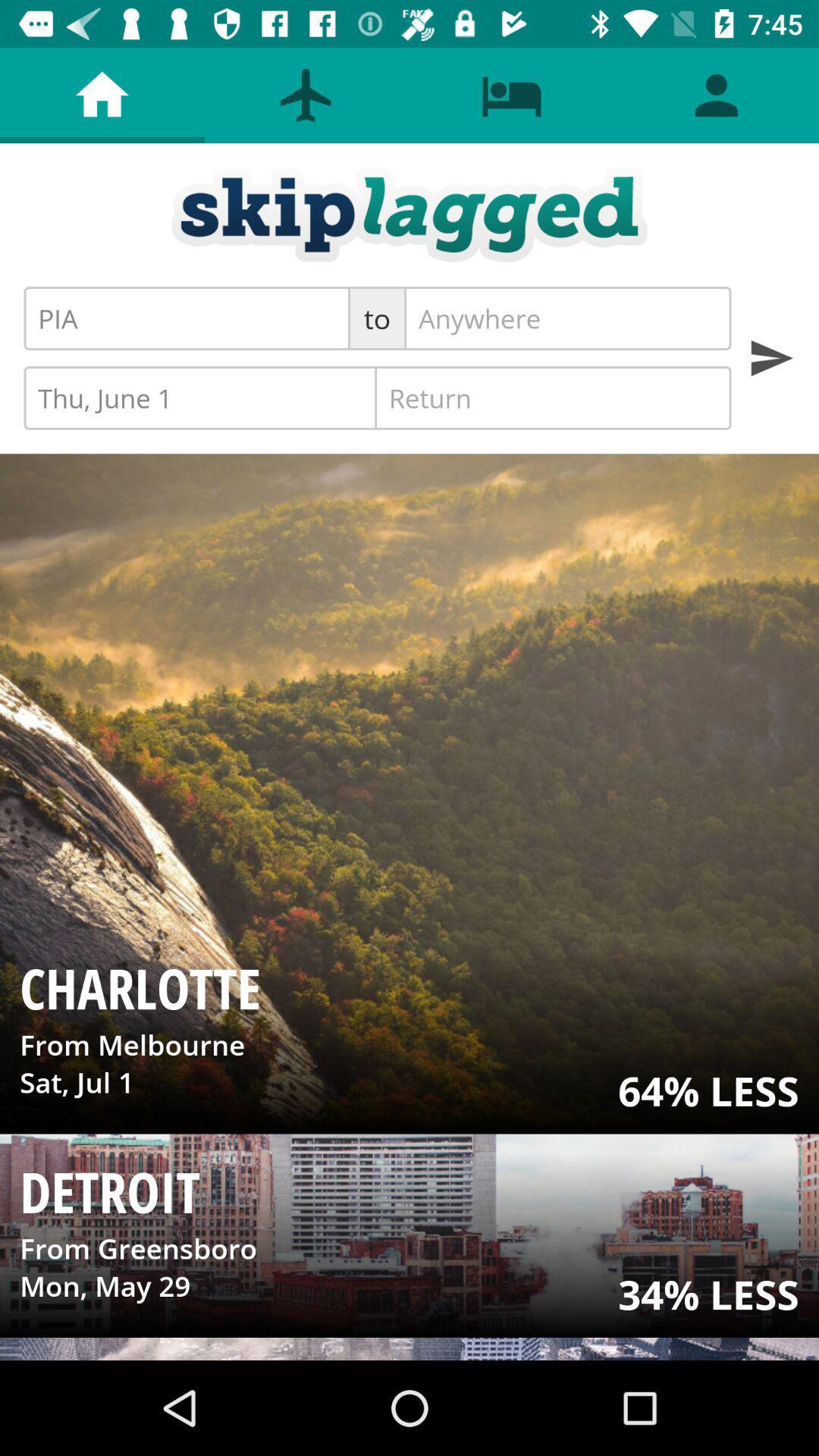 Image resolution: width=819 pixels, height=1456 pixels. What do you see at coordinates (376, 318) in the screenshot?
I see `the icon to the right of the pia item` at bounding box center [376, 318].